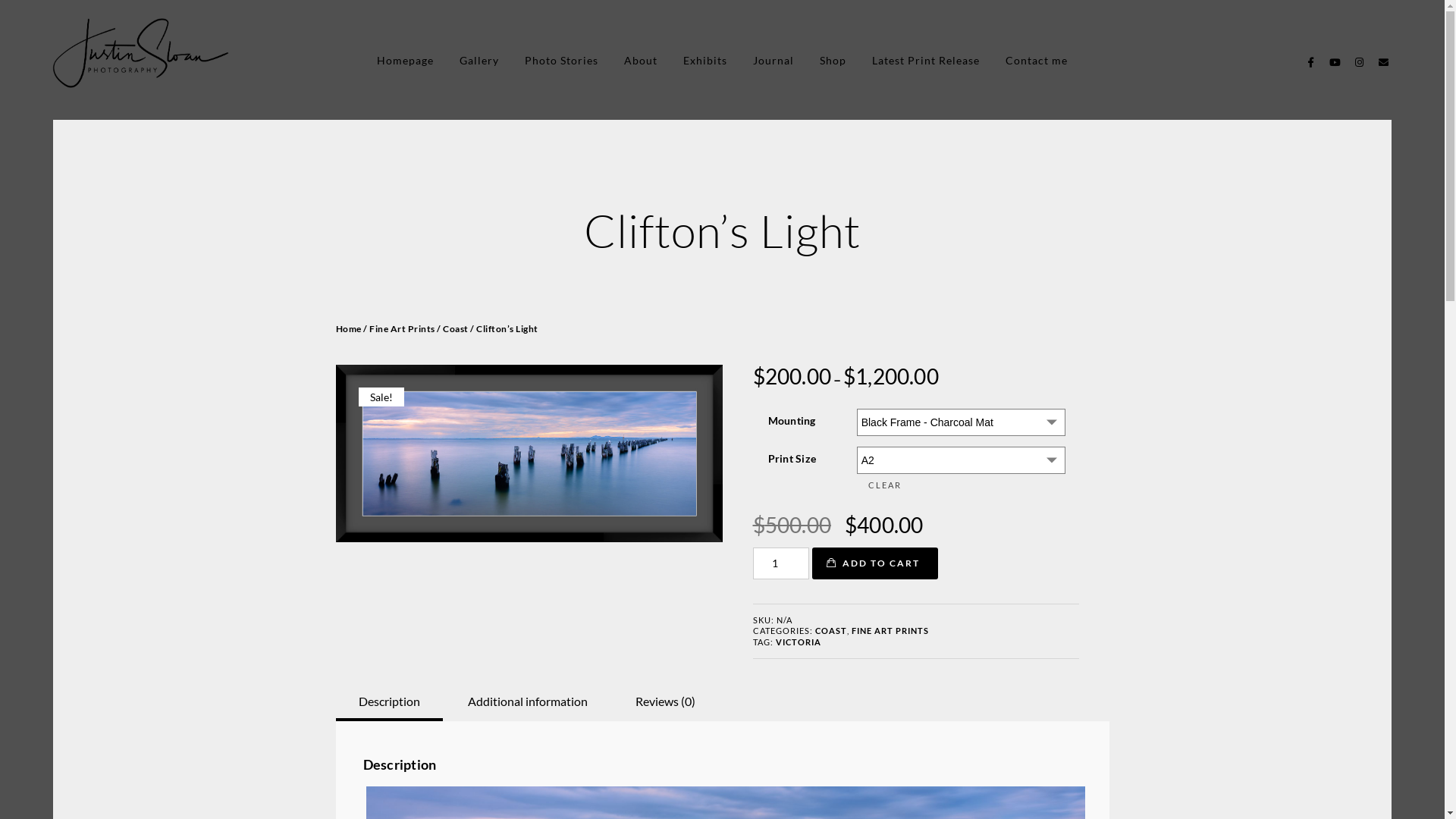  I want to click on 'ADD TO CART', so click(874, 563).